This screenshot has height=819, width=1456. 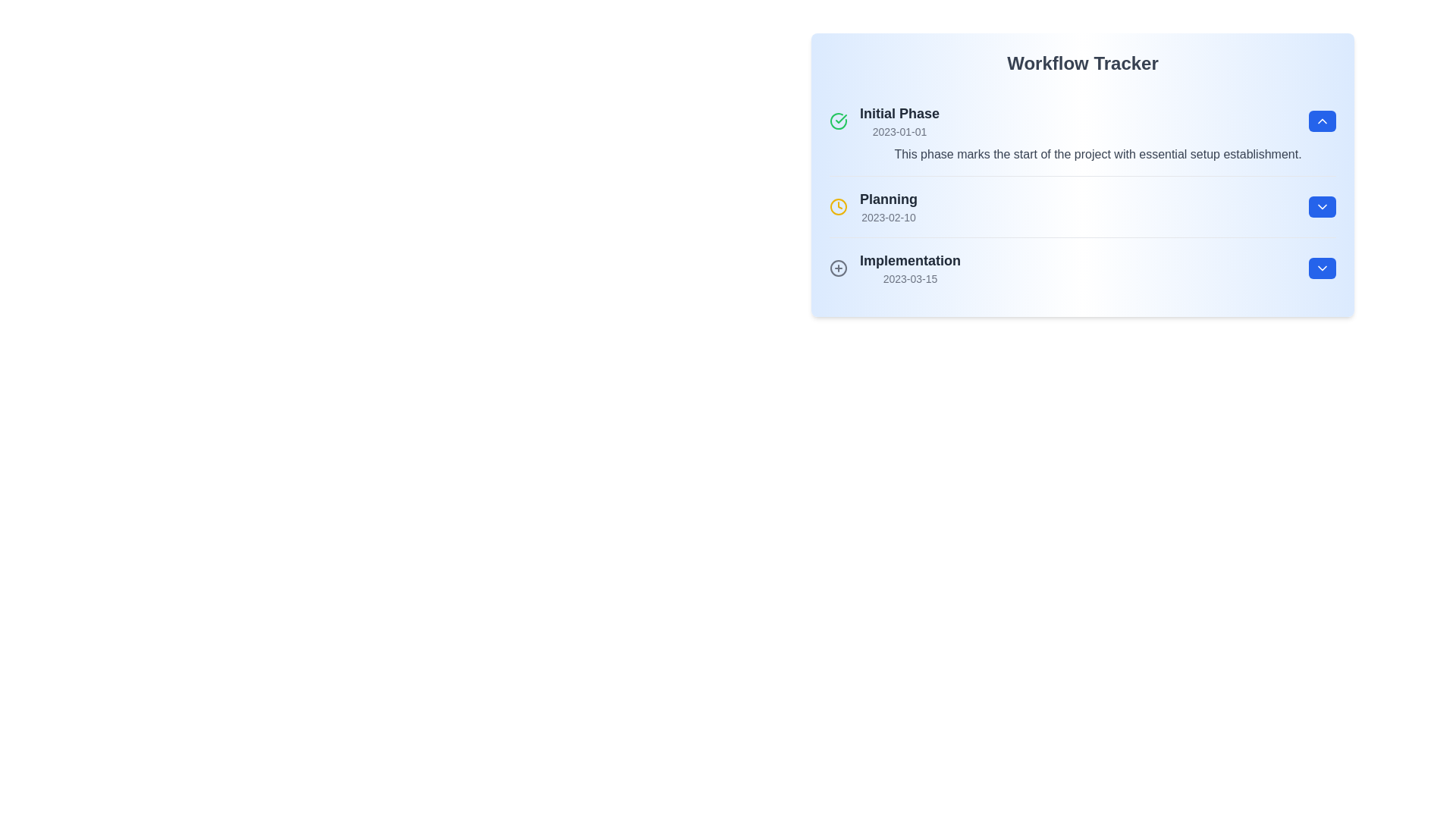 I want to click on the header text indicating the current phase, which is located in the third section of the Workflow Tracker interface, specifically the 'Implementation' phase, so click(x=910, y=259).